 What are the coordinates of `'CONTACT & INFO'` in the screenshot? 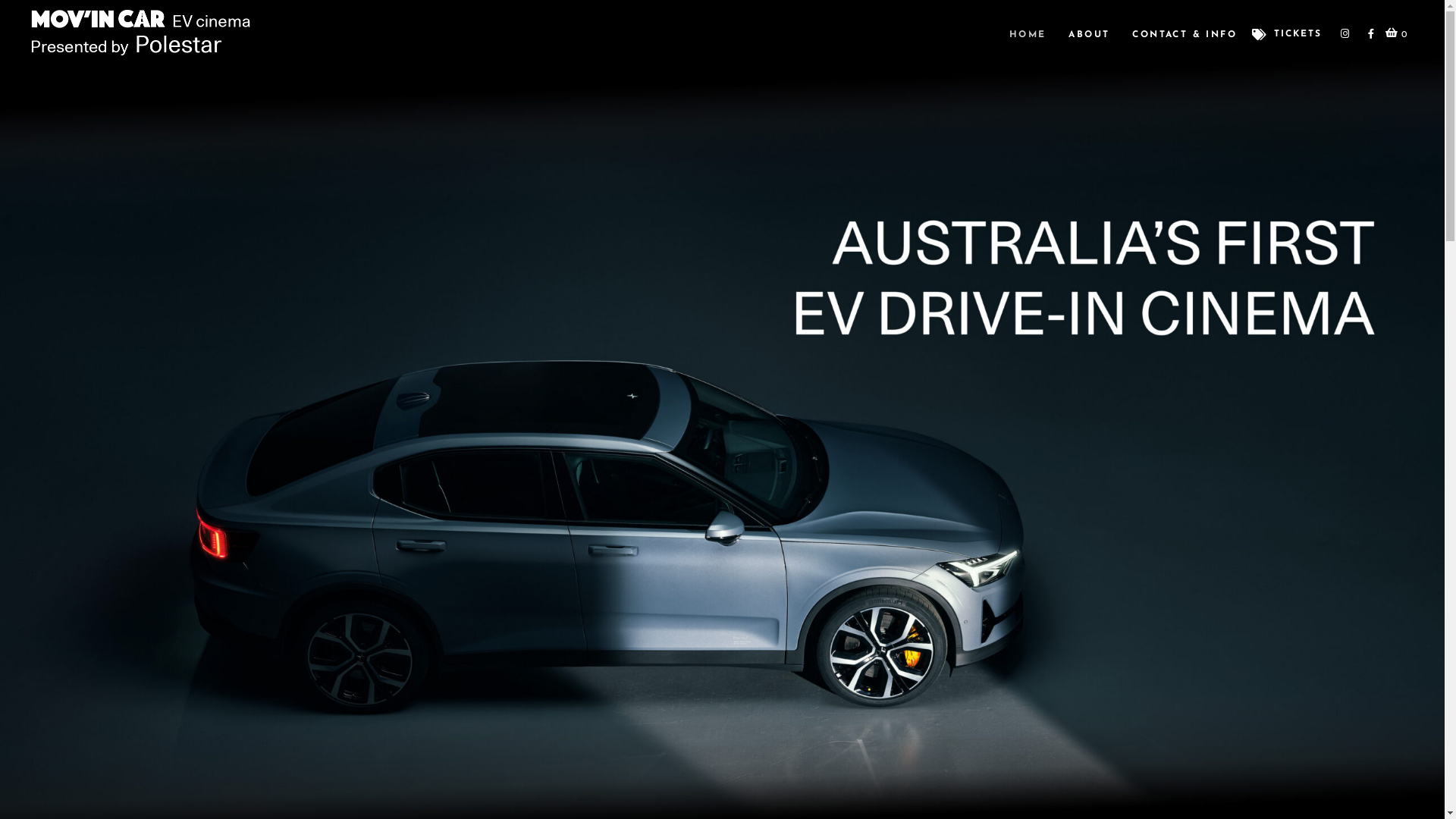 It's located at (1121, 34).